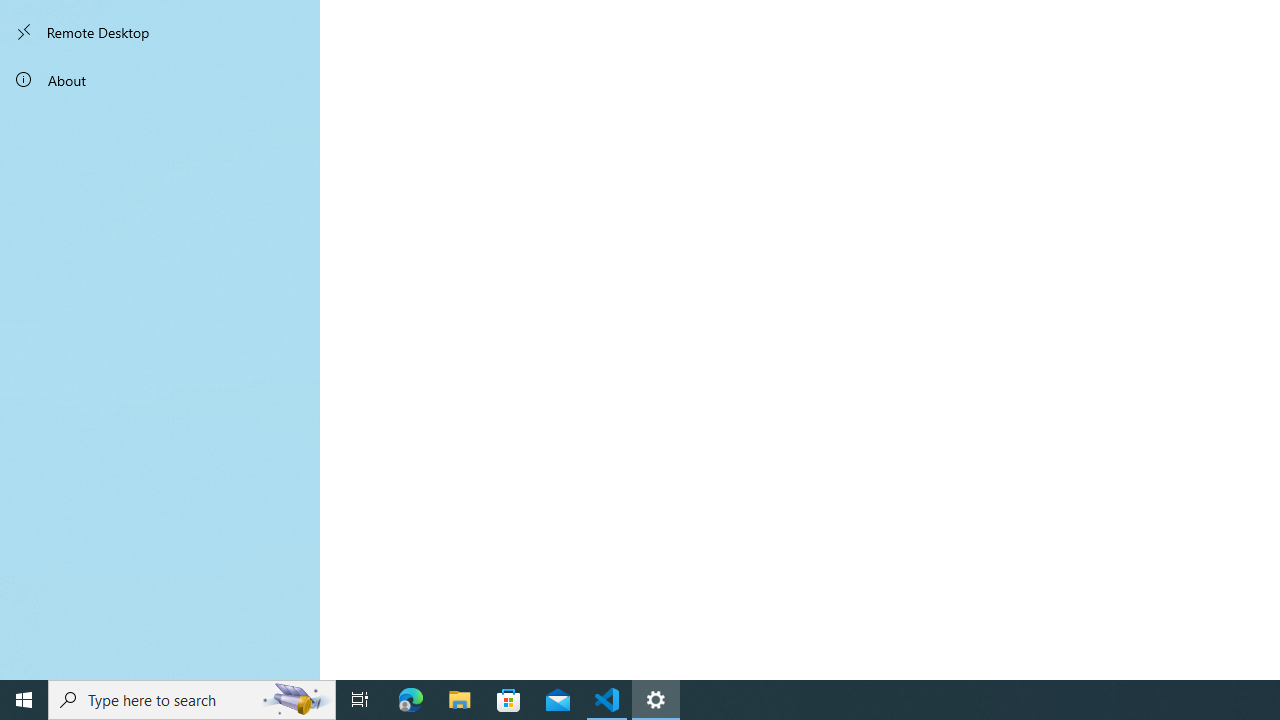 This screenshot has height=720, width=1280. What do you see at coordinates (656, 698) in the screenshot?
I see `'Settings - 1 running window'` at bounding box center [656, 698].